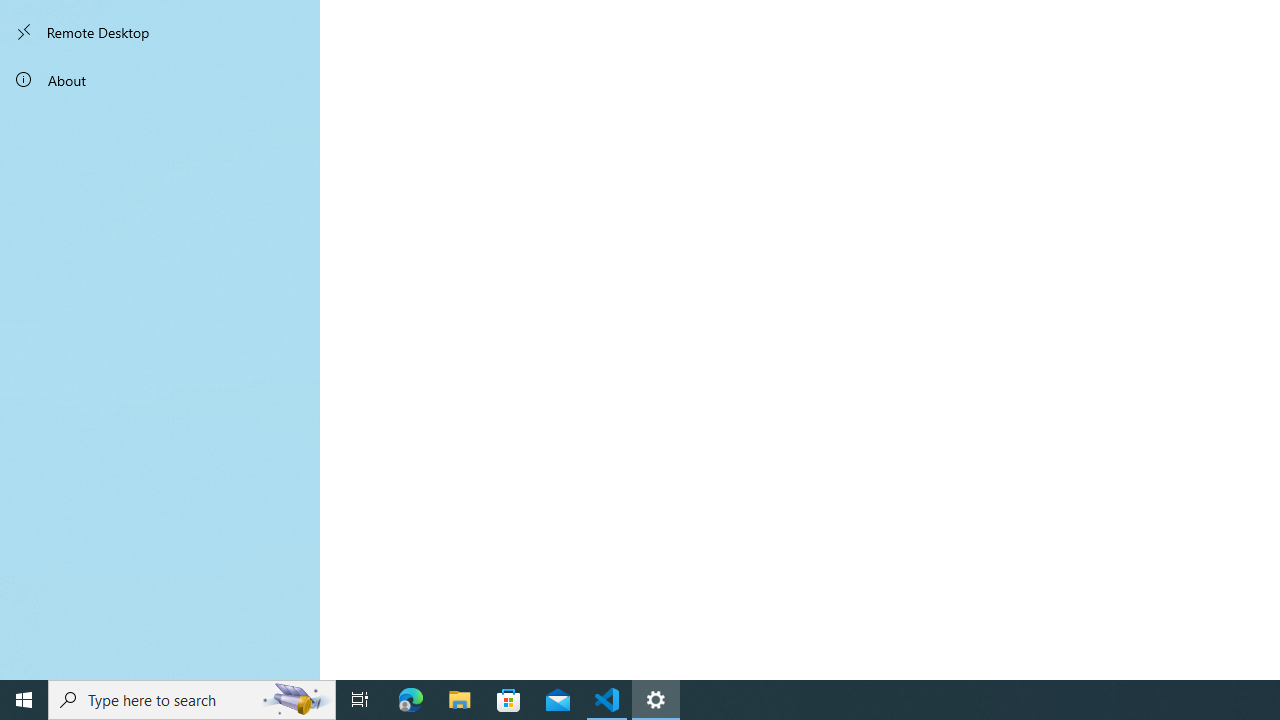 This screenshot has height=720, width=1280. What do you see at coordinates (656, 698) in the screenshot?
I see `'Settings - 1 running window'` at bounding box center [656, 698].